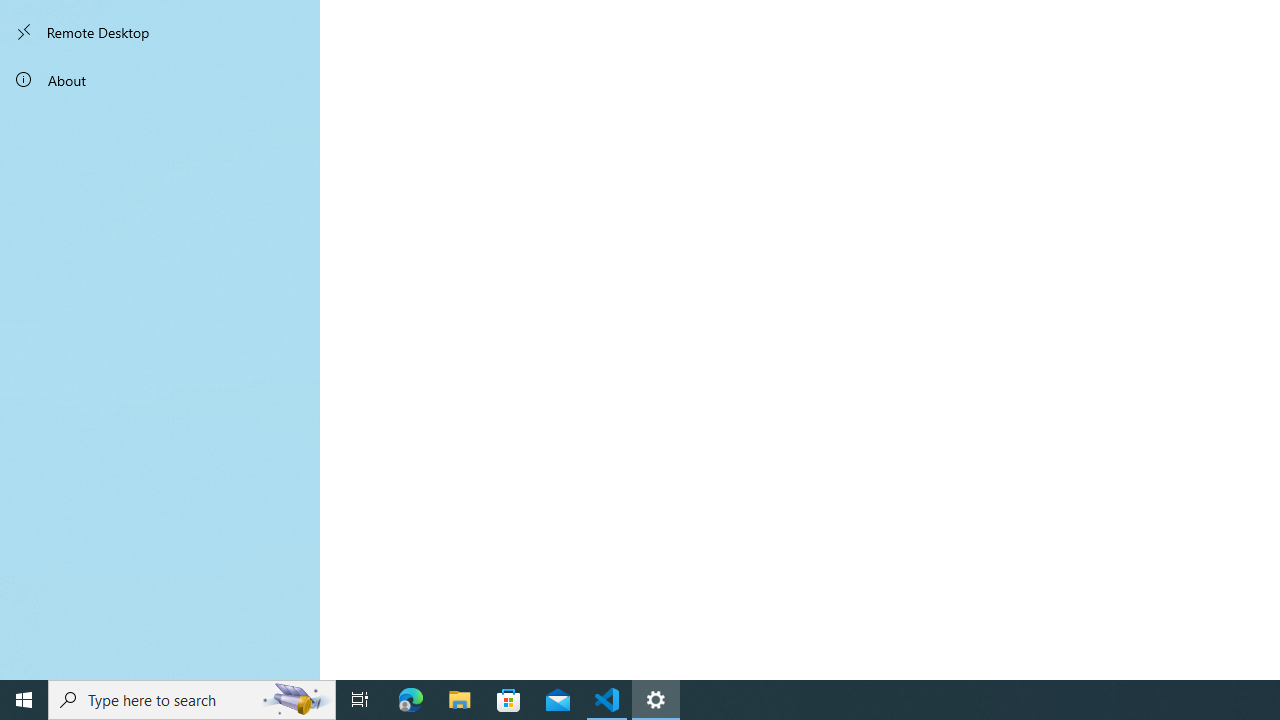 This screenshot has height=720, width=1280. What do you see at coordinates (656, 698) in the screenshot?
I see `'Settings - 1 running window'` at bounding box center [656, 698].